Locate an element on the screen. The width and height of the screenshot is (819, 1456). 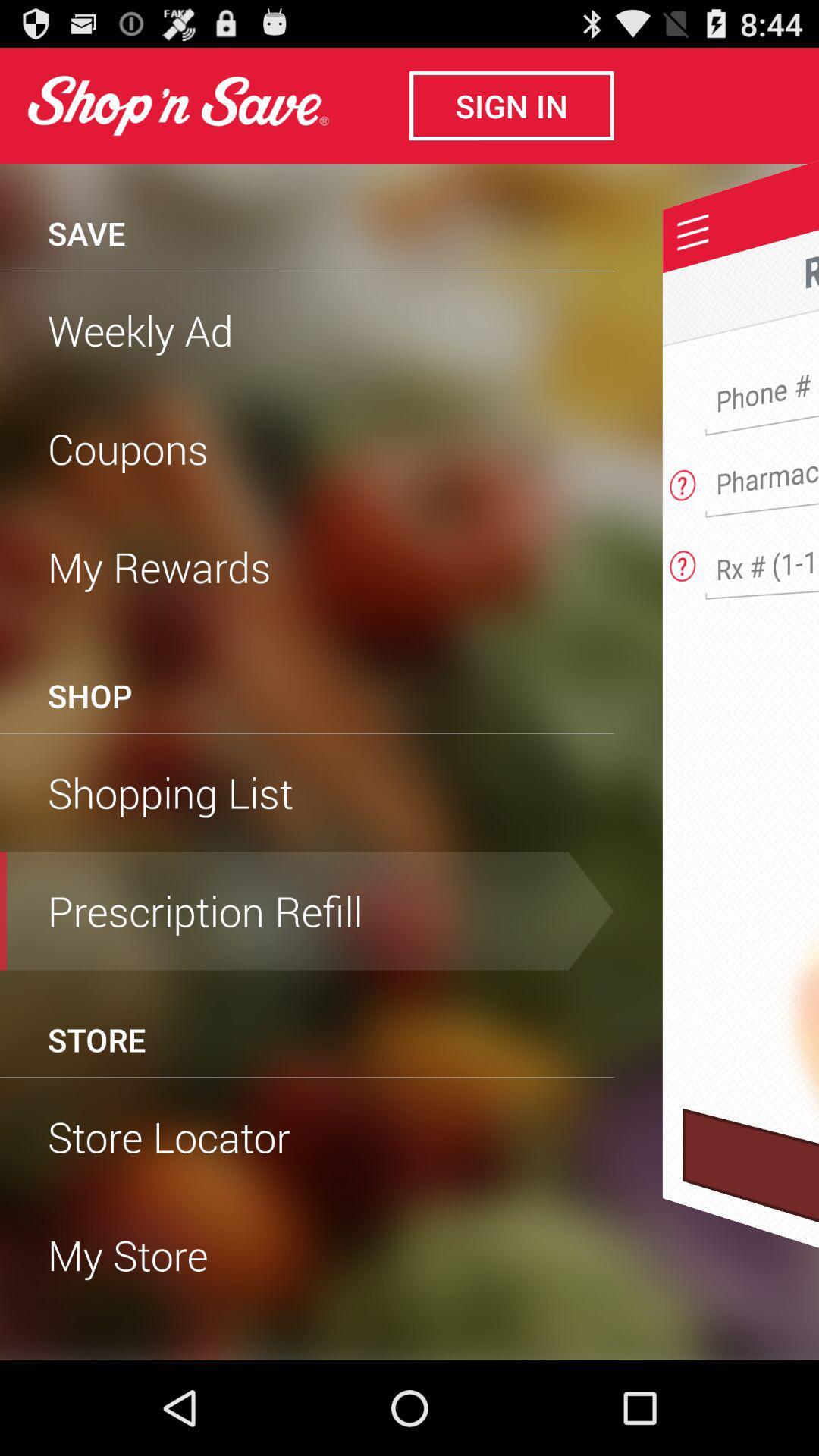
store locator is located at coordinates (307, 1137).